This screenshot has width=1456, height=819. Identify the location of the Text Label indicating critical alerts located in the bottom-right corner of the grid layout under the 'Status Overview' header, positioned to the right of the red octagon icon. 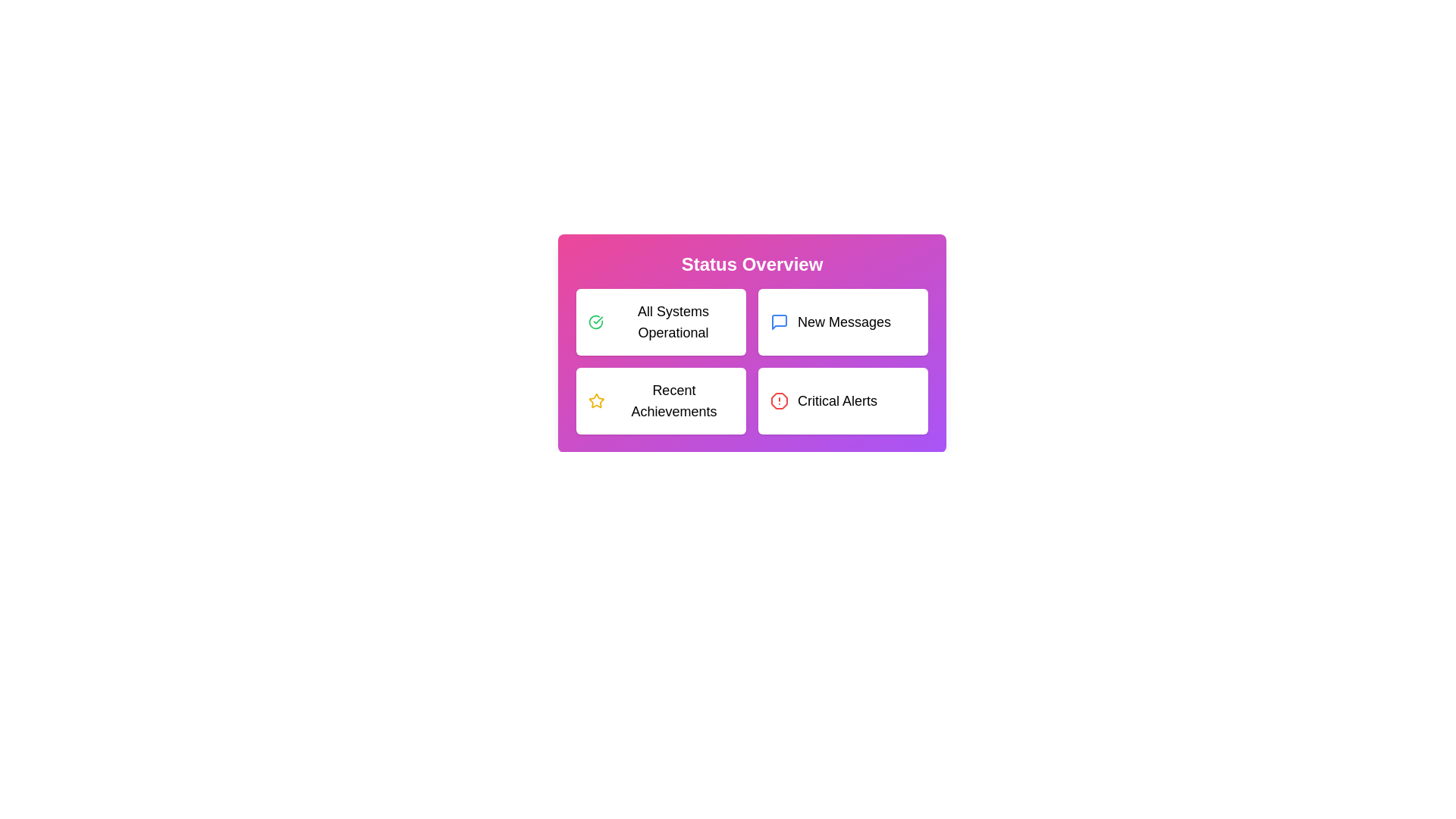
(836, 400).